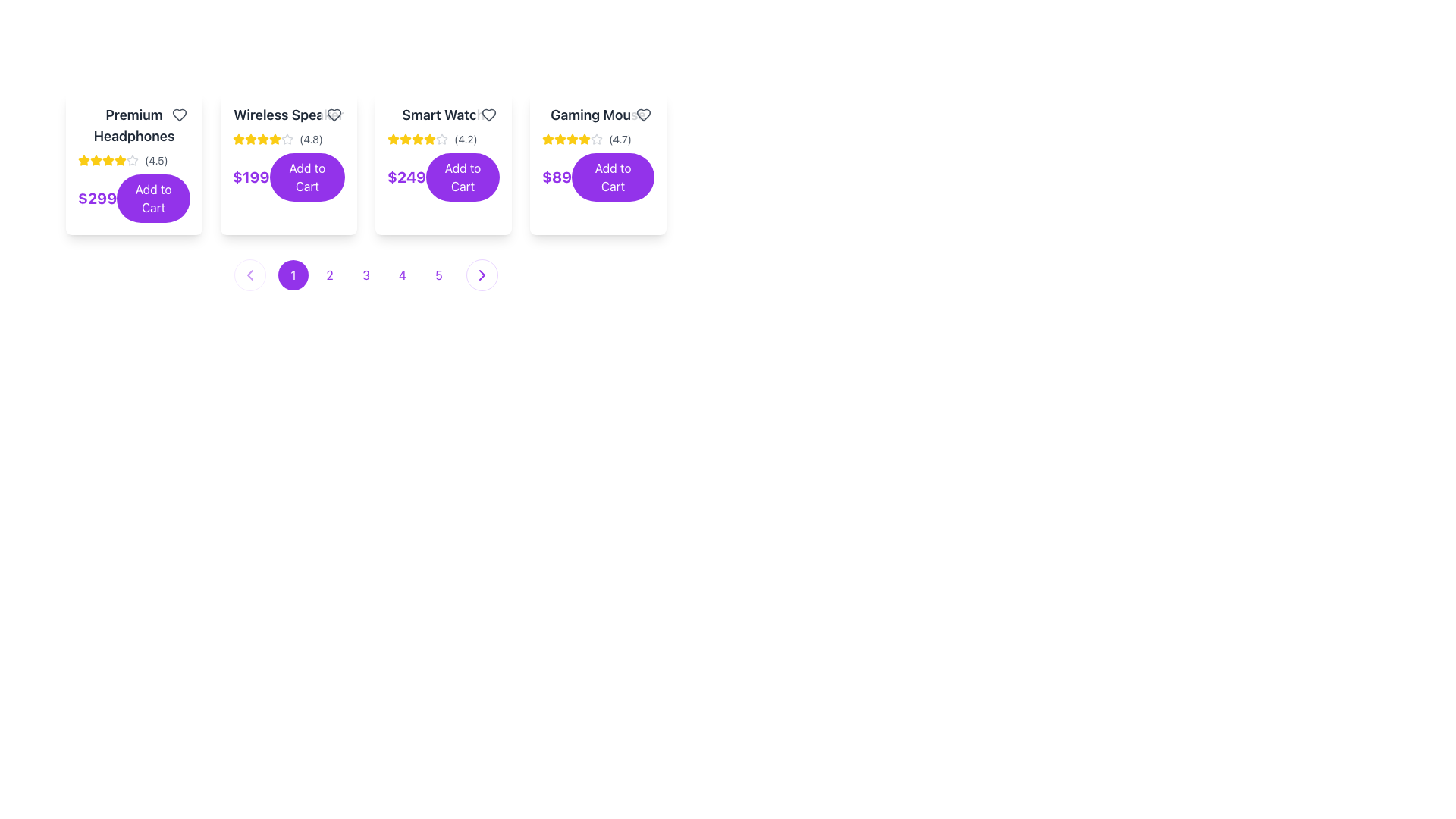 The image size is (1456, 819). What do you see at coordinates (108, 161) in the screenshot?
I see `the fifth yellow star-shaped rating icon in the rating display under the 'Premium Headphones' product card` at bounding box center [108, 161].